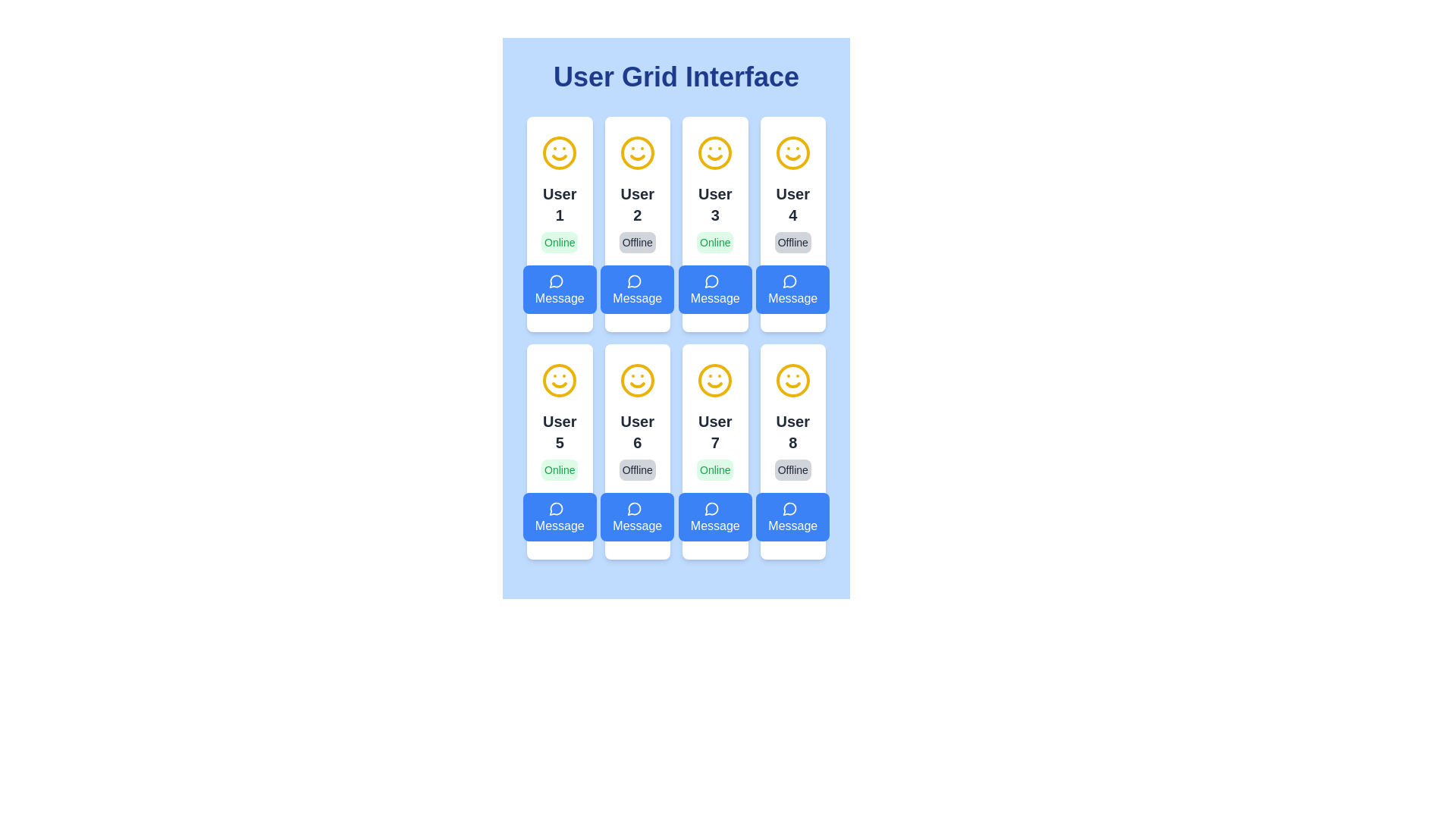 This screenshot has width=1456, height=819. What do you see at coordinates (792, 242) in the screenshot?
I see `the 'Offline' status indicator label for 'User 4' located beneath the username and above the 'Message' button` at bounding box center [792, 242].